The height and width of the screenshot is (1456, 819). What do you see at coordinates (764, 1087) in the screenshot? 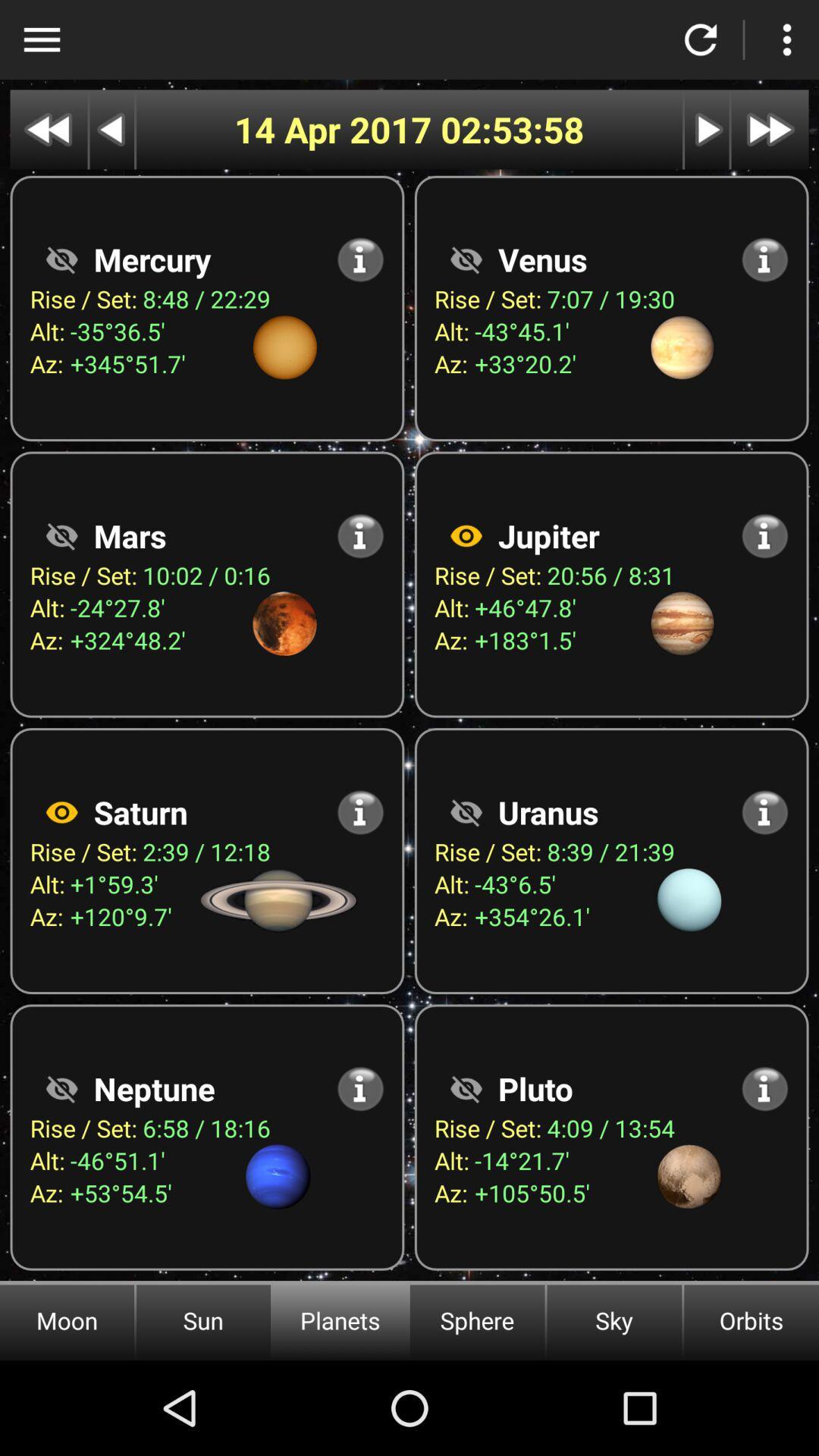
I see `the info icon` at bounding box center [764, 1087].